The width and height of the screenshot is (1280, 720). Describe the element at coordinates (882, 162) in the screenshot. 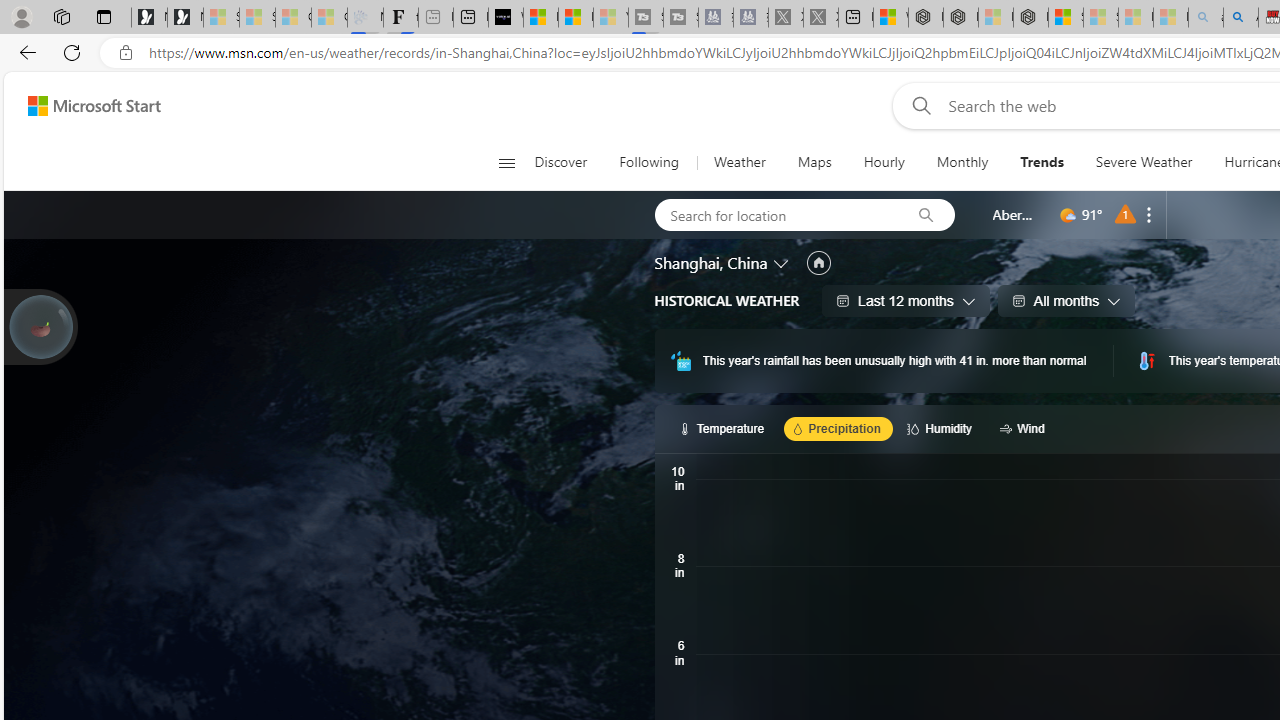

I see `'Hourly'` at that location.